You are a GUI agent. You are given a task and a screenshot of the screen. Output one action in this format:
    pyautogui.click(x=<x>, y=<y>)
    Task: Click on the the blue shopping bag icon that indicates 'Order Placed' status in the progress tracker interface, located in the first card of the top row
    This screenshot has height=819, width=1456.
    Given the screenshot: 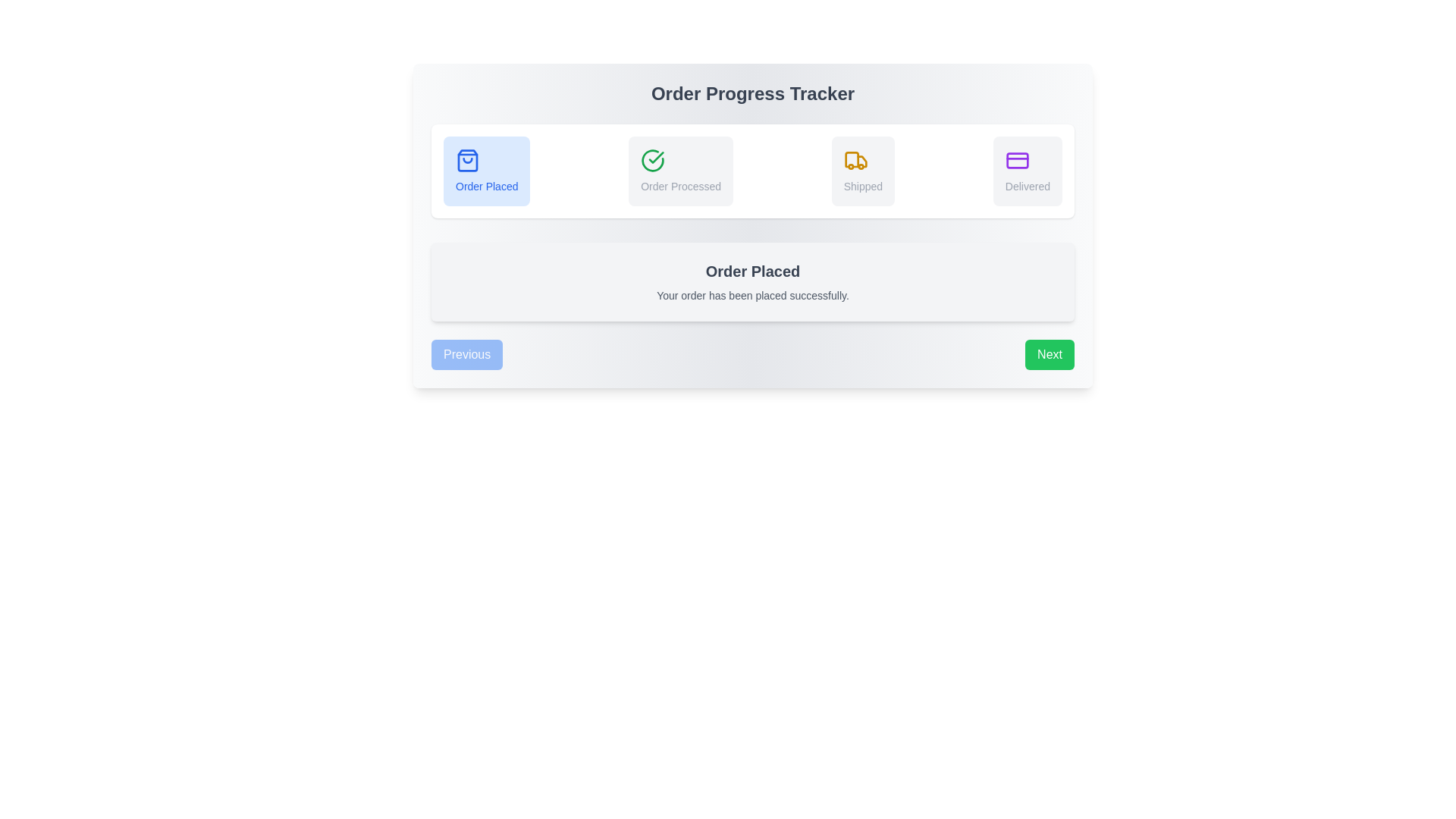 What is the action you would take?
    pyautogui.click(x=467, y=161)
    